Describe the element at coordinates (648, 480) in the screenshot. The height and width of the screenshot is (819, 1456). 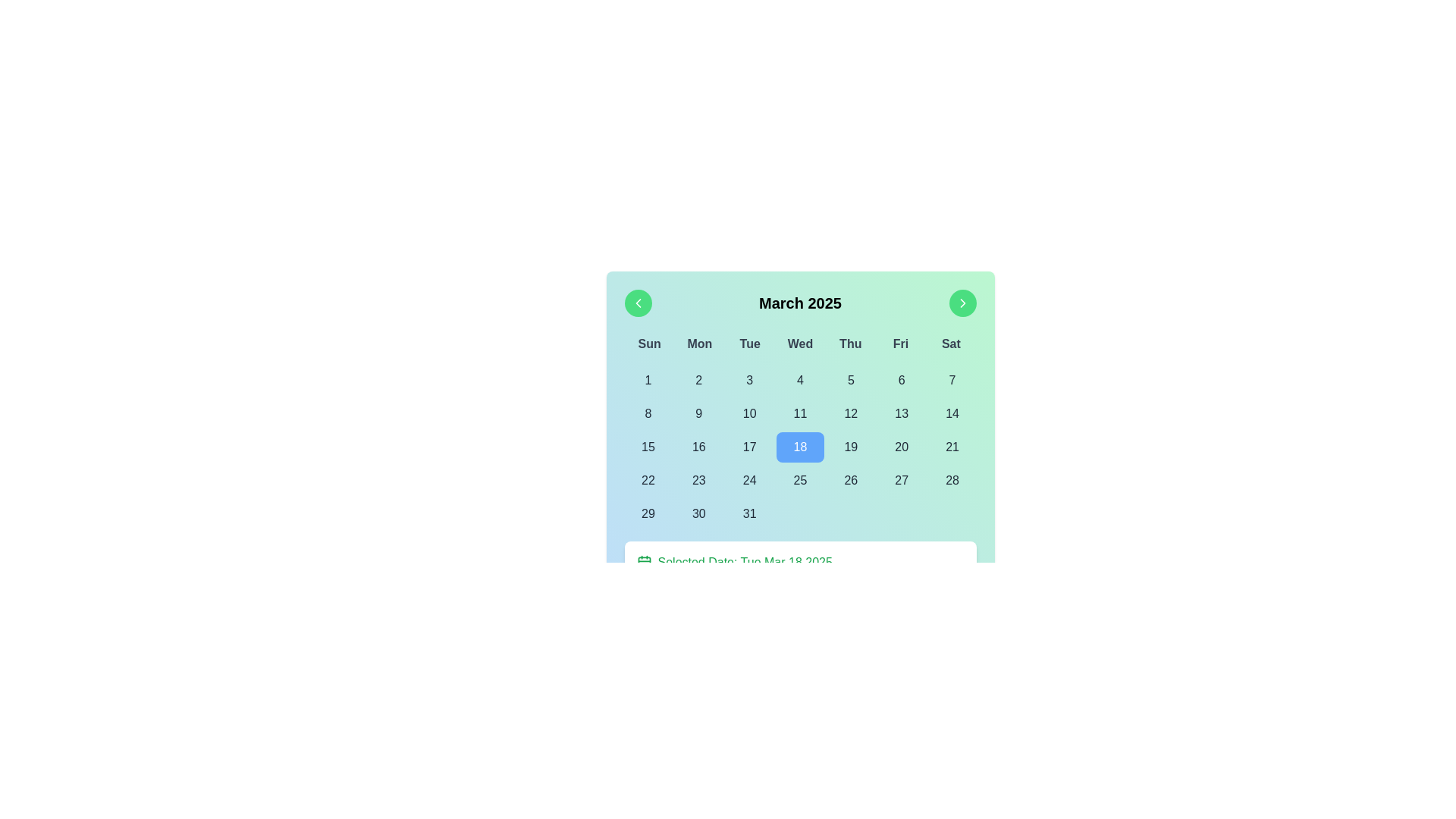
I see `the button displaying '22' located in the fourth row and first column of the calendar grid layout` at that location.